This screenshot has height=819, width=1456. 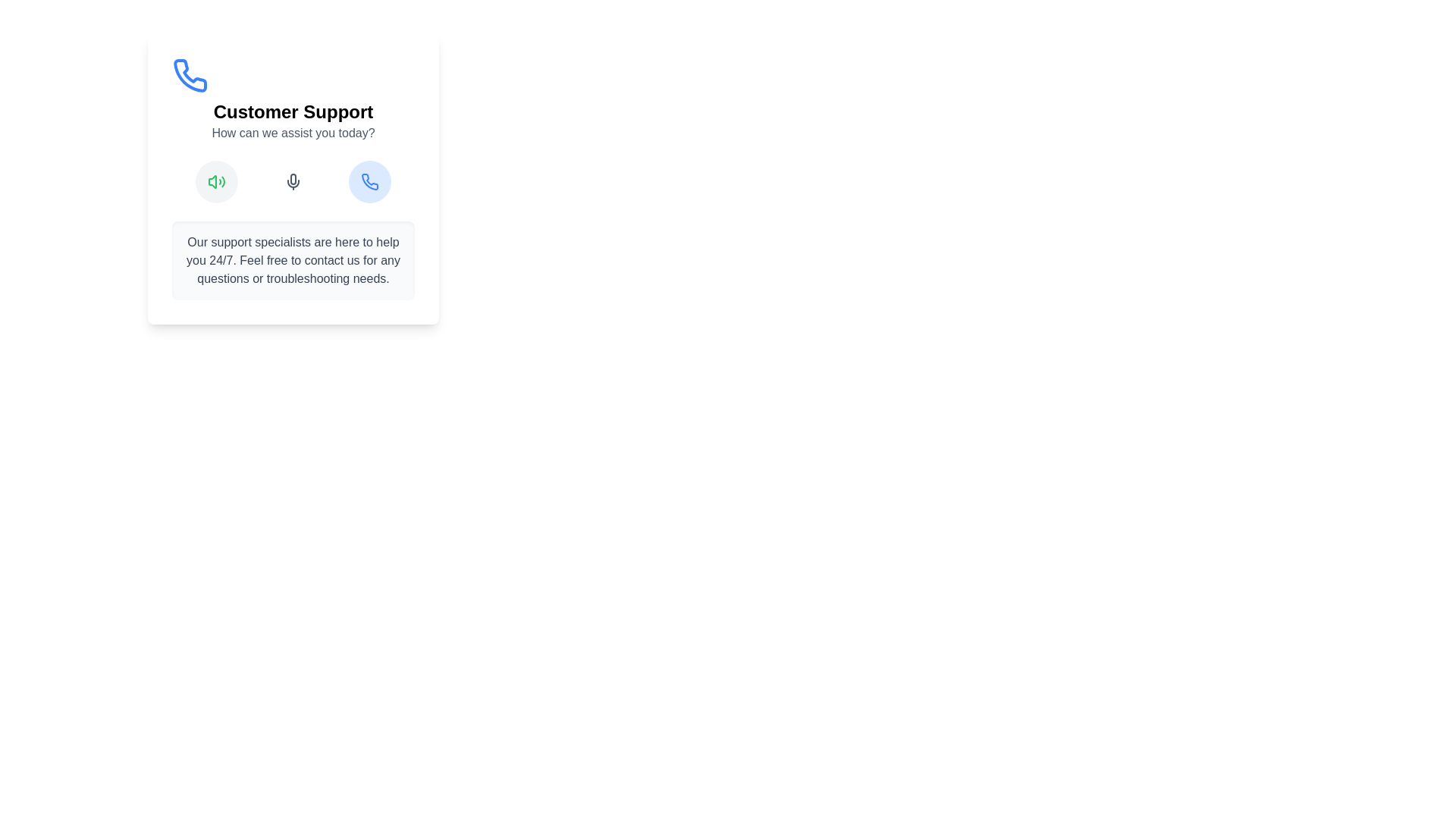 What do you see at coordinates (293, 111) in the screenshot?
I see `text block displaying 'Customer Support' in bold styling located beneath the phone icon and above the text 'How can we assist you today?'` at bounding box center [293, 111].